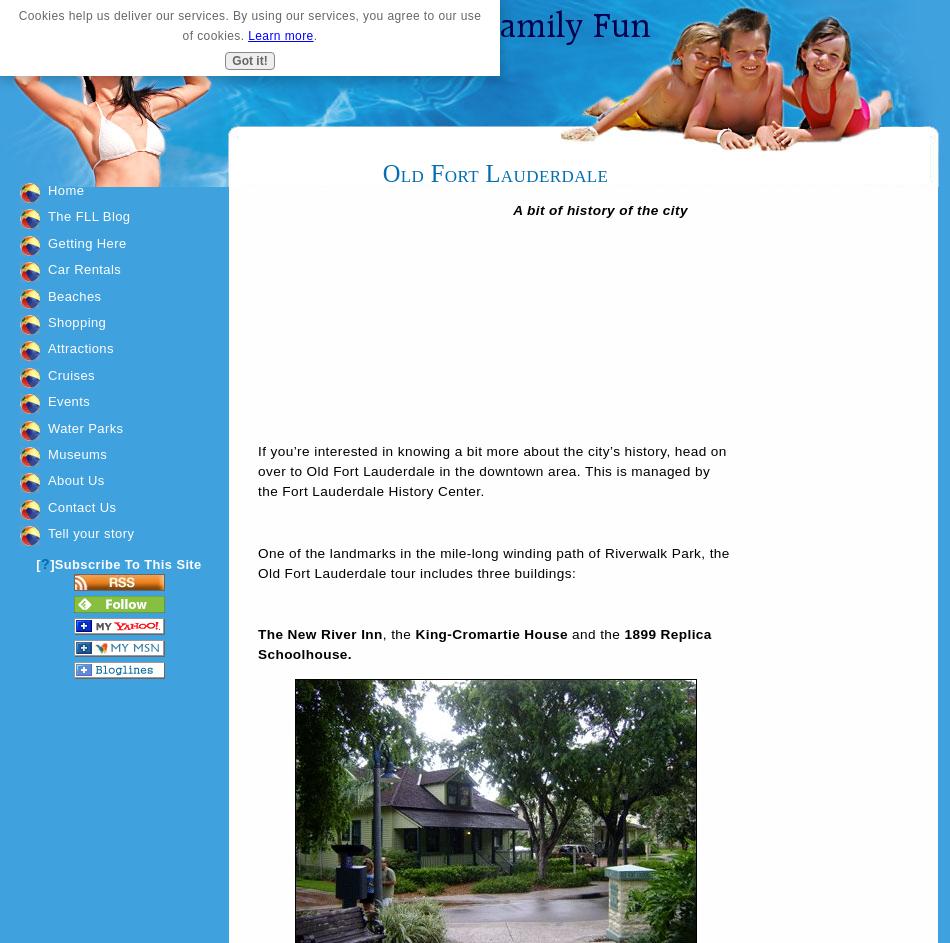  I want to click on 'Beaches', so click(74, 294).